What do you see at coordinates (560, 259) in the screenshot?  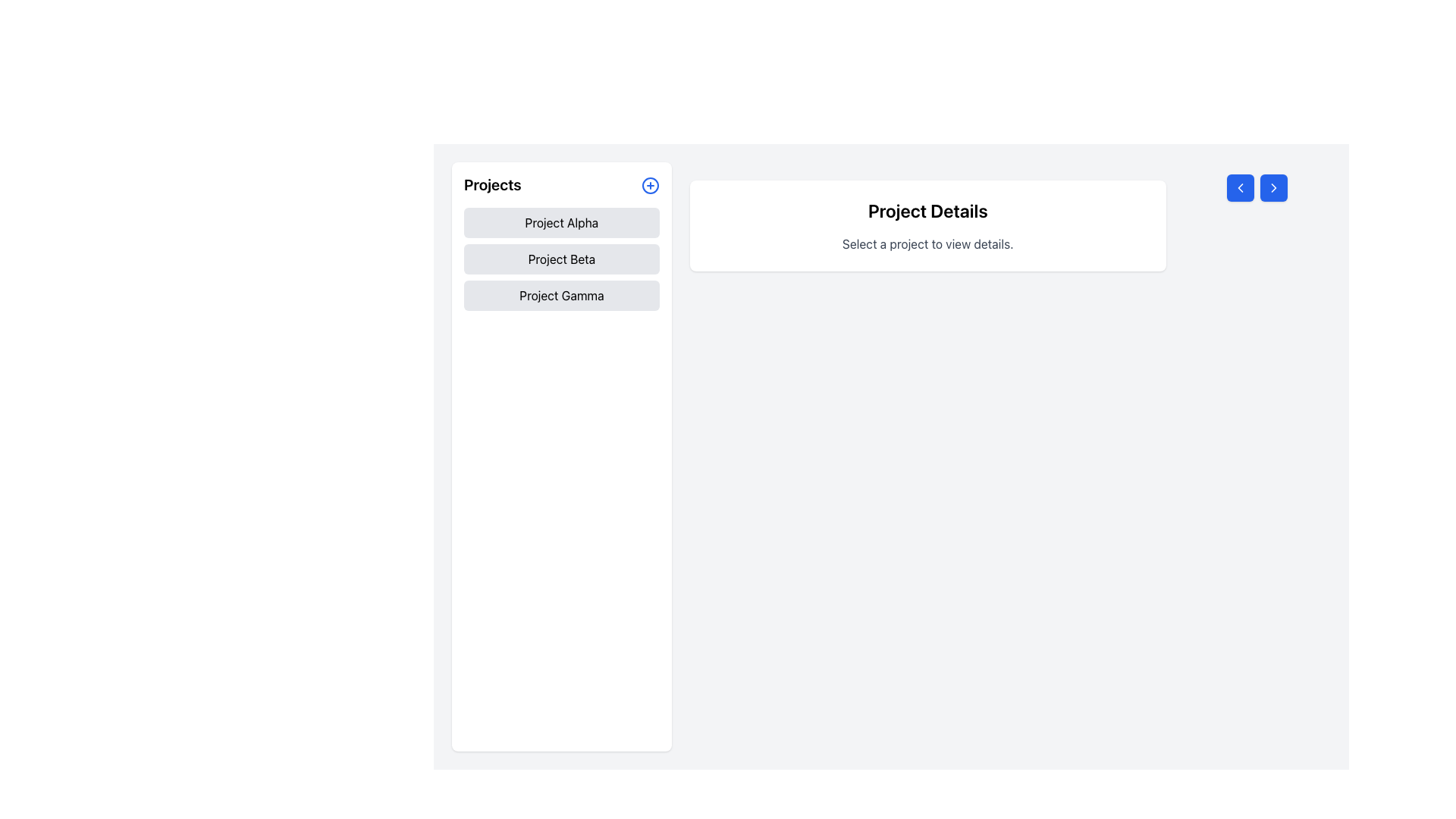 I see `the 'Project Beta' button-like selectable list item` at bounding box center [560, 259].